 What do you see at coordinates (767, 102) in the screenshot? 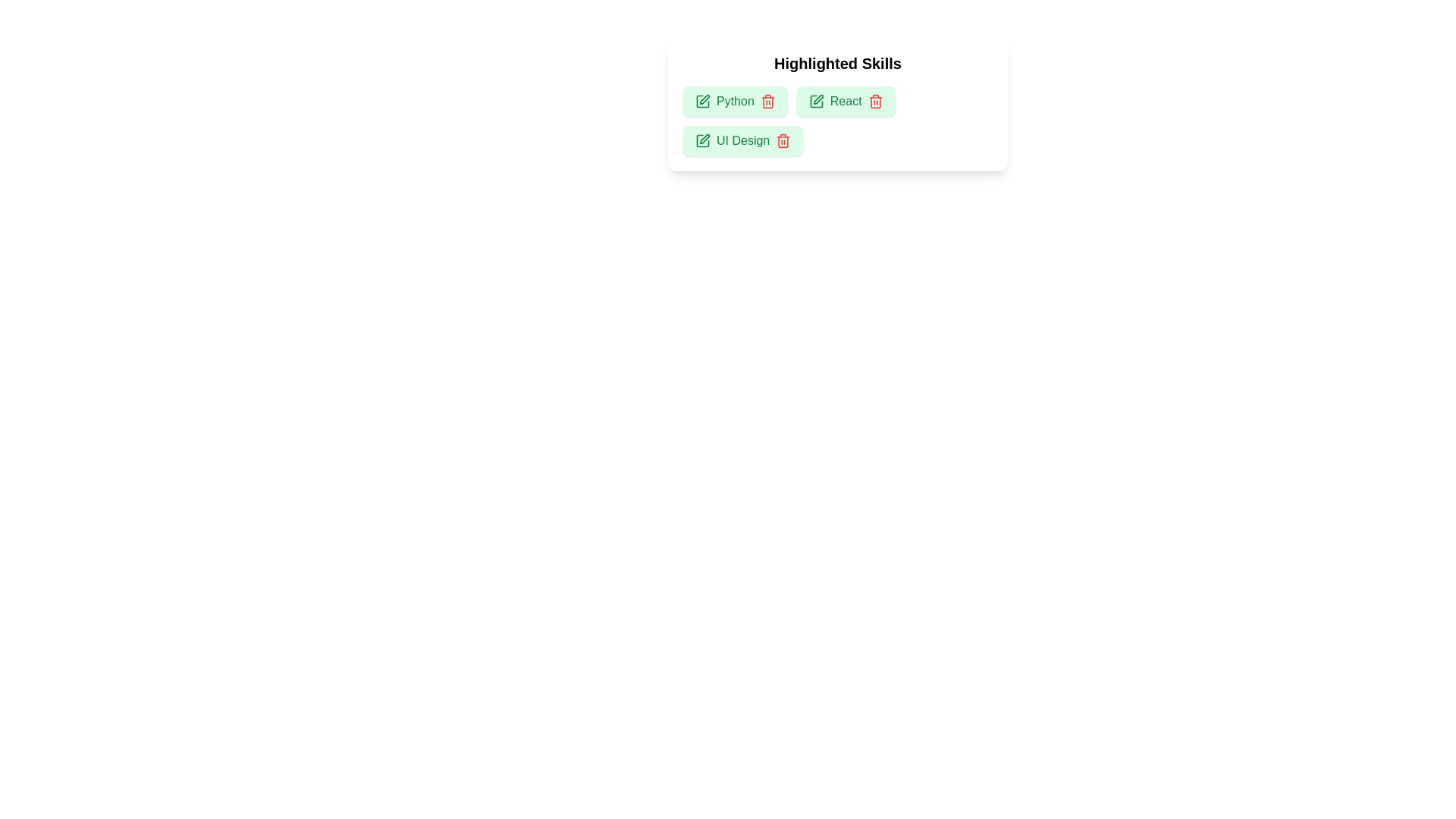
I see `delete icon for the skill Python` at bounding box center [767, 102].